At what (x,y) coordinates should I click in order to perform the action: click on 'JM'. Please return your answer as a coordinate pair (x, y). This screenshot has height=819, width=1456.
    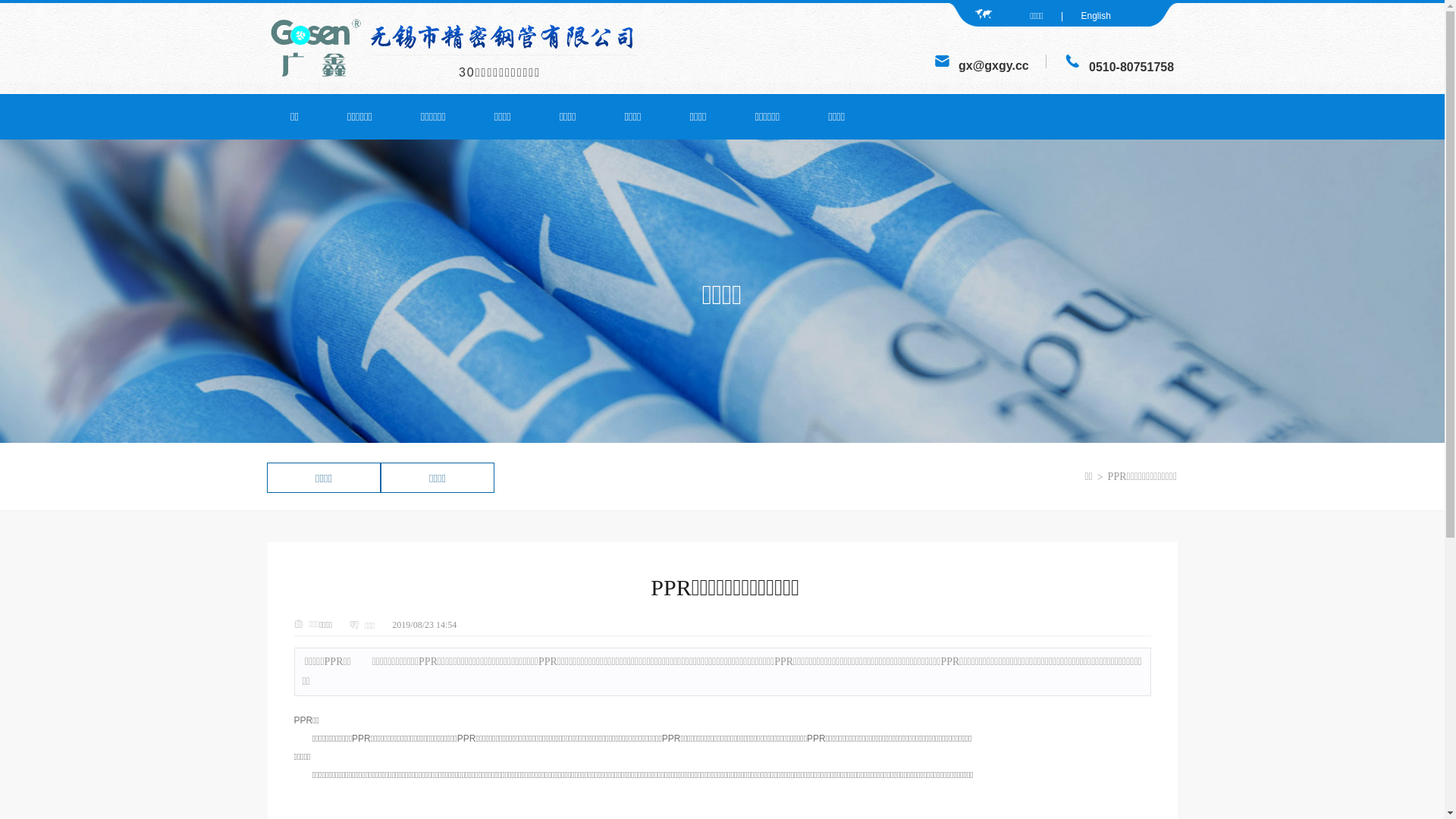
    Looking at the image, I should click on (941, 60).